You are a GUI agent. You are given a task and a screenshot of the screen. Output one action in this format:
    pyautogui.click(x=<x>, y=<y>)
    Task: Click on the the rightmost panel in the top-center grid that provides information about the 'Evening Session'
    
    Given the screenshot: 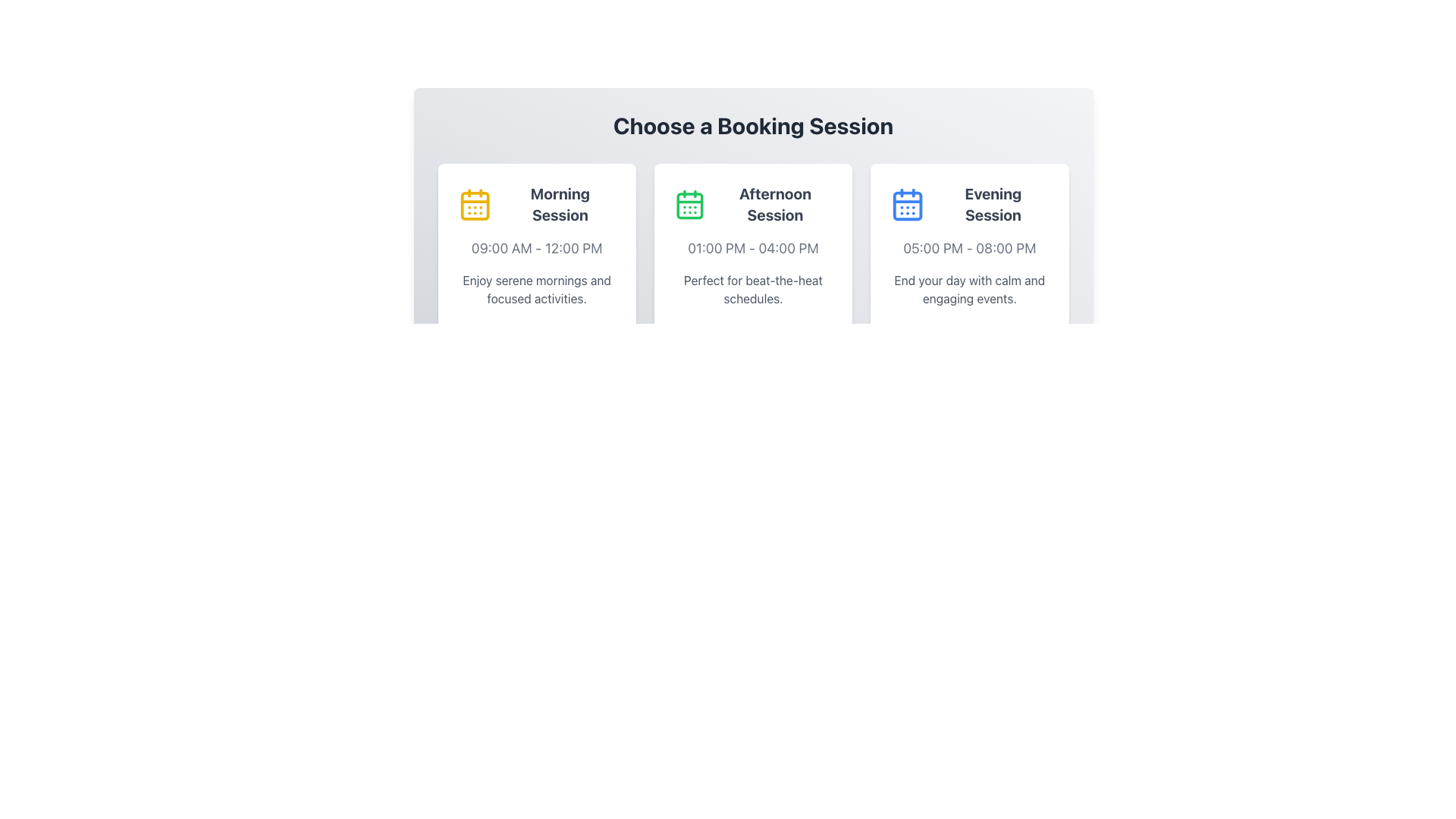 What is the action you would take?
    pyautogui.click(x=968, y=262)
    